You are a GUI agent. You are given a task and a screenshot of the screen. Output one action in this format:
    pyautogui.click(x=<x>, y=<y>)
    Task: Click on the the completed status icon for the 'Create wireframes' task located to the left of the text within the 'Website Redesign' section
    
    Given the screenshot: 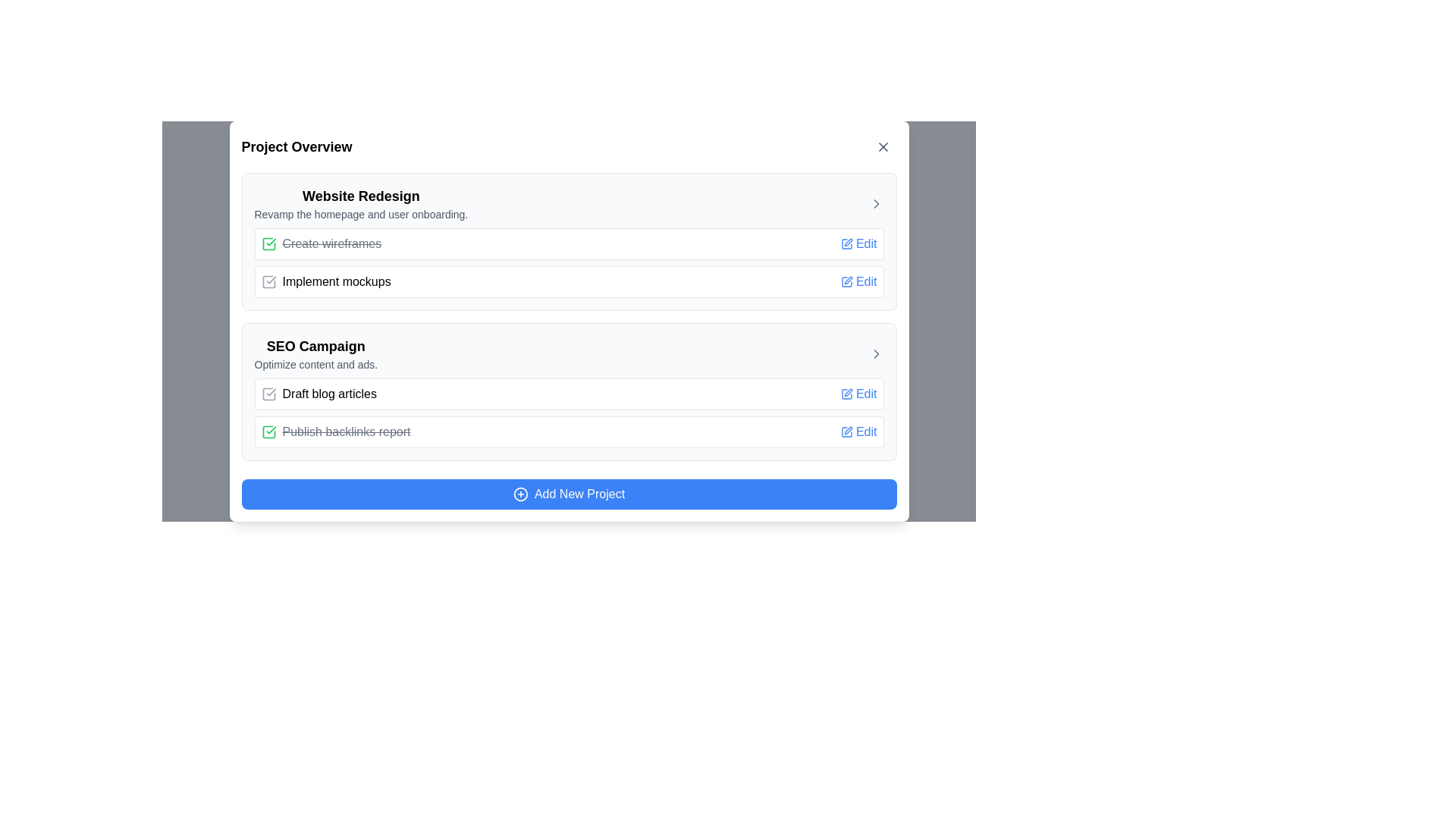 What is the action you would take?
    pyautogui.click(x=268, y=243)
    